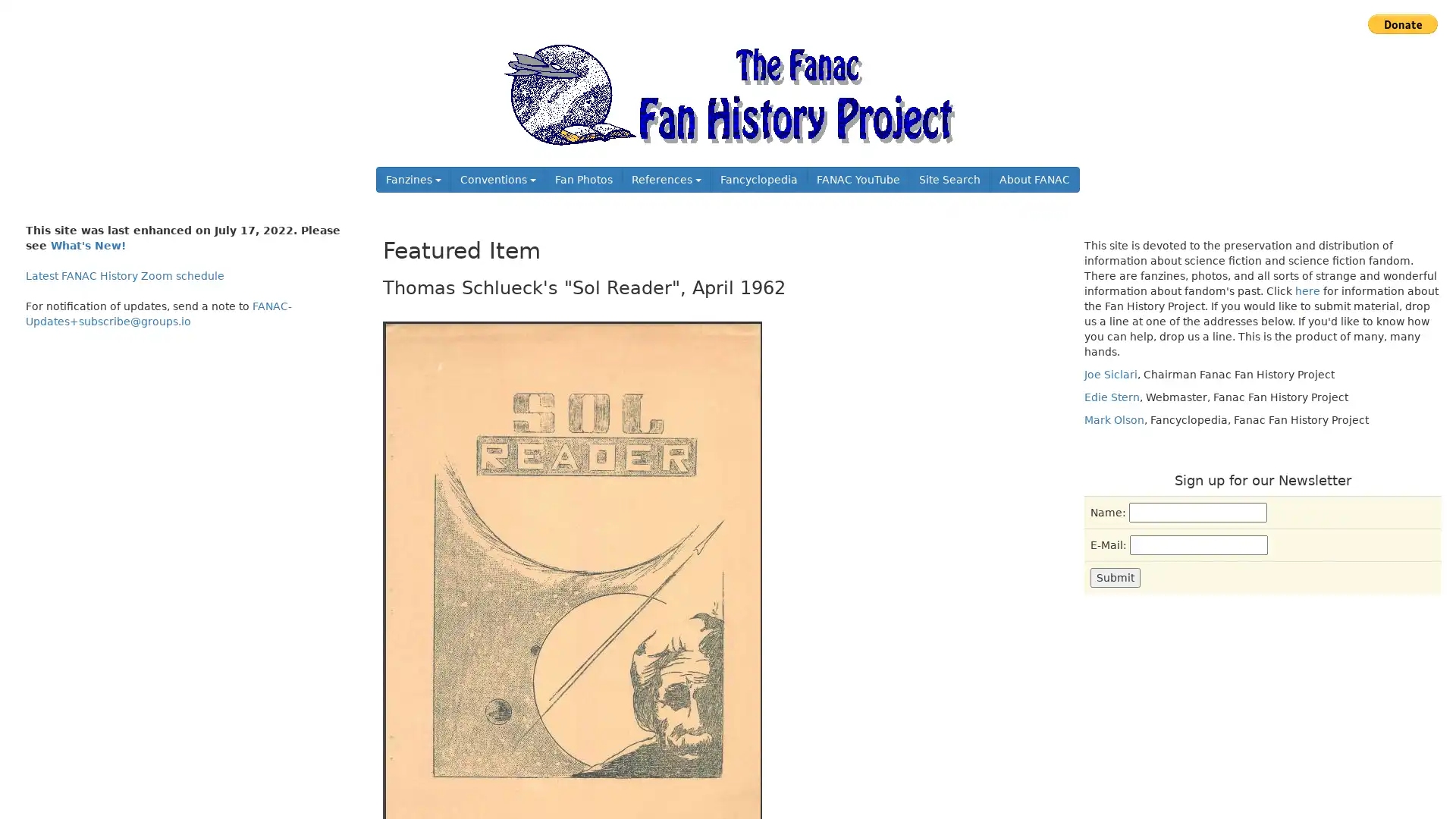  I want to click on Submit, so click(1115, 576).